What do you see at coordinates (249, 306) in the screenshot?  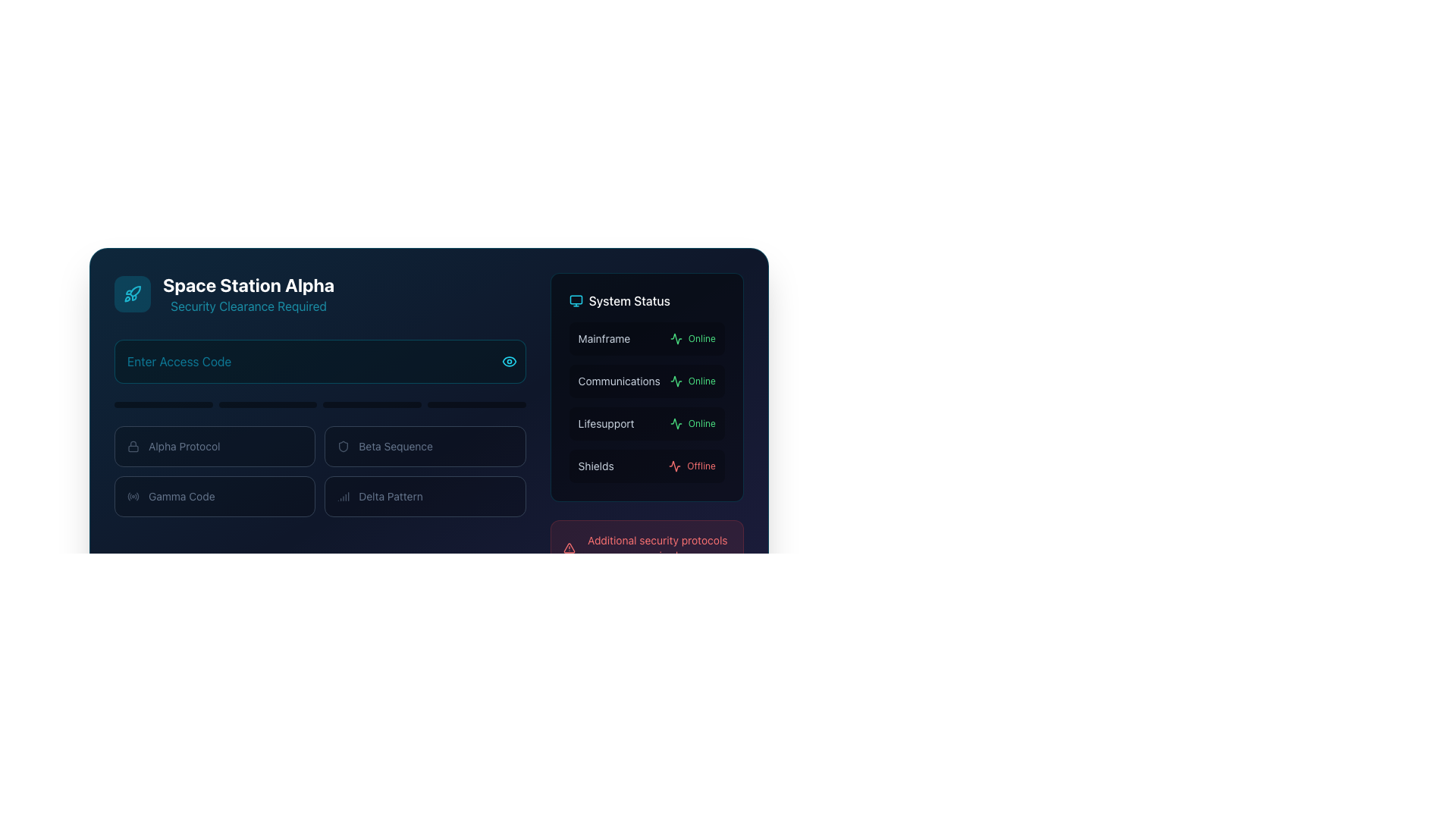 I see `the text label displaying 'Security Clearance Required' which is styled in cyan and located under 'Space Station Alpha'` at bounding box center [249, 306].